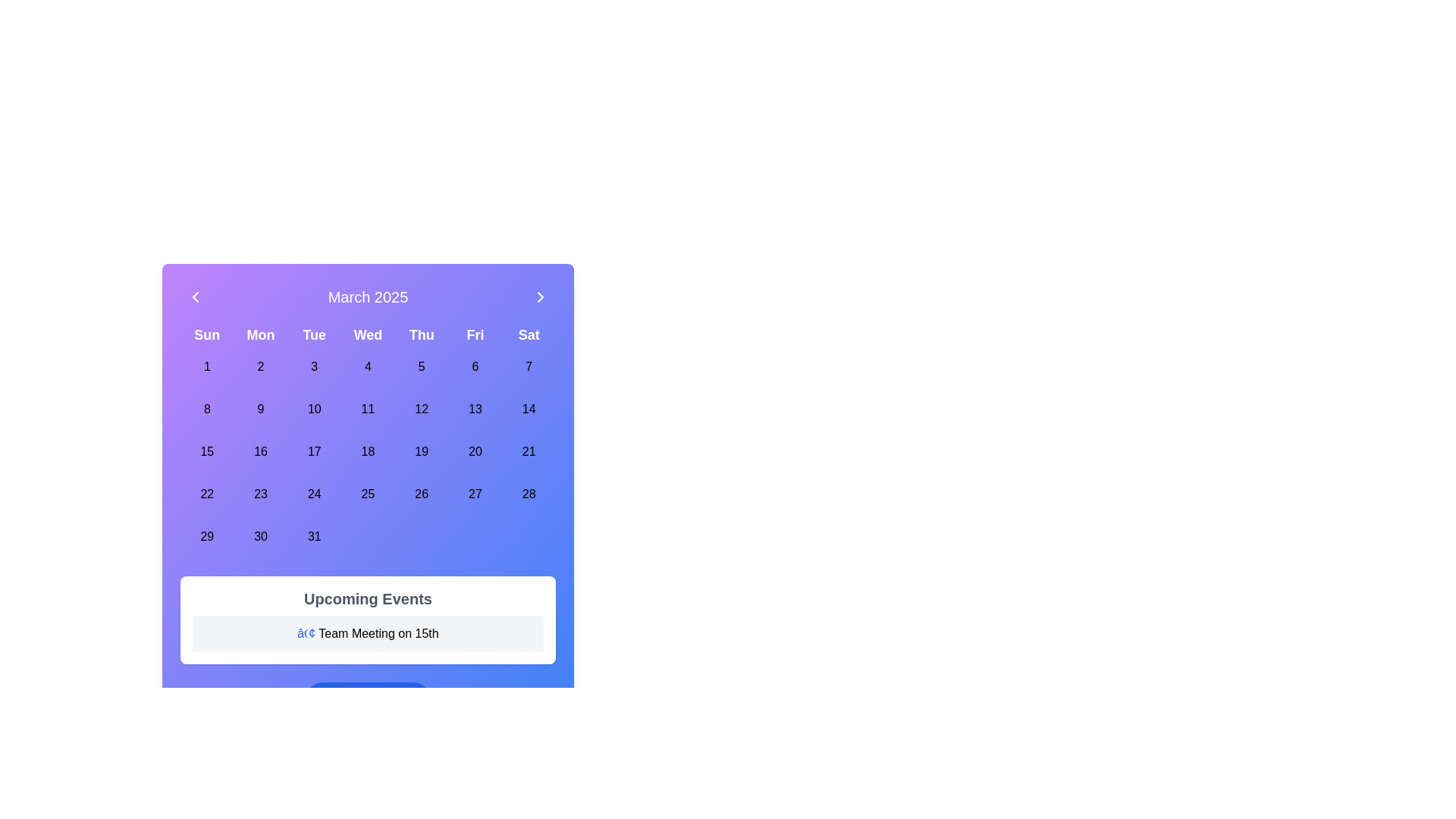 Image resolution: width=1456 pixels, height=819 pixels. What do you see at coordinates (529, 451) in the screenshot?
I see `the calendar date button representing the 21st day of the month` at bounding box center [529, 451].